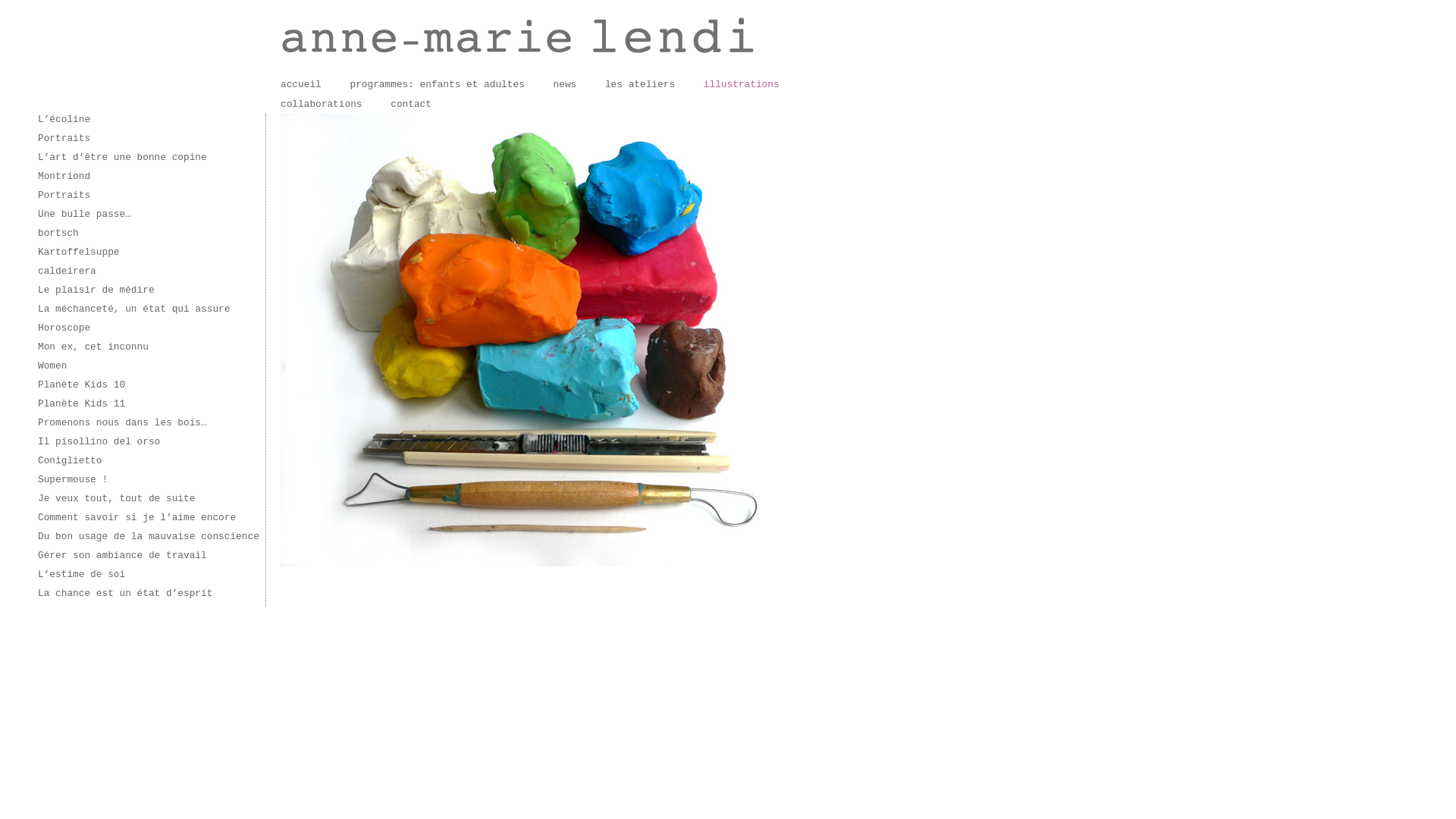 Image resolution: width=1456 pixels, height=819 pixels. Describe the element at coordinates (72, 479) in the screenshot. I see `'Supermouse !'` at that location.